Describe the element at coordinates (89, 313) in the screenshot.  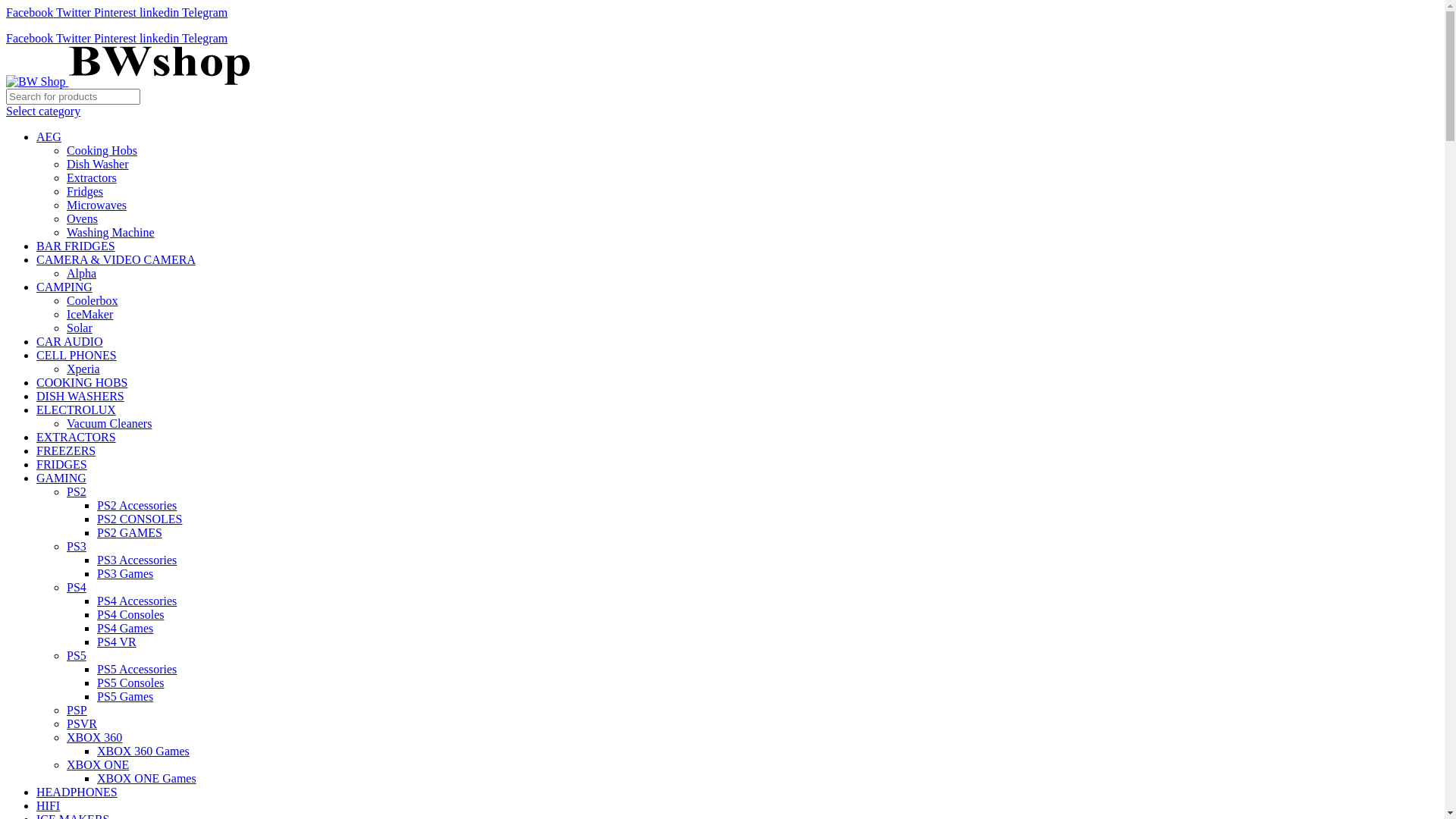
I see `'IceMaker'` at that location.